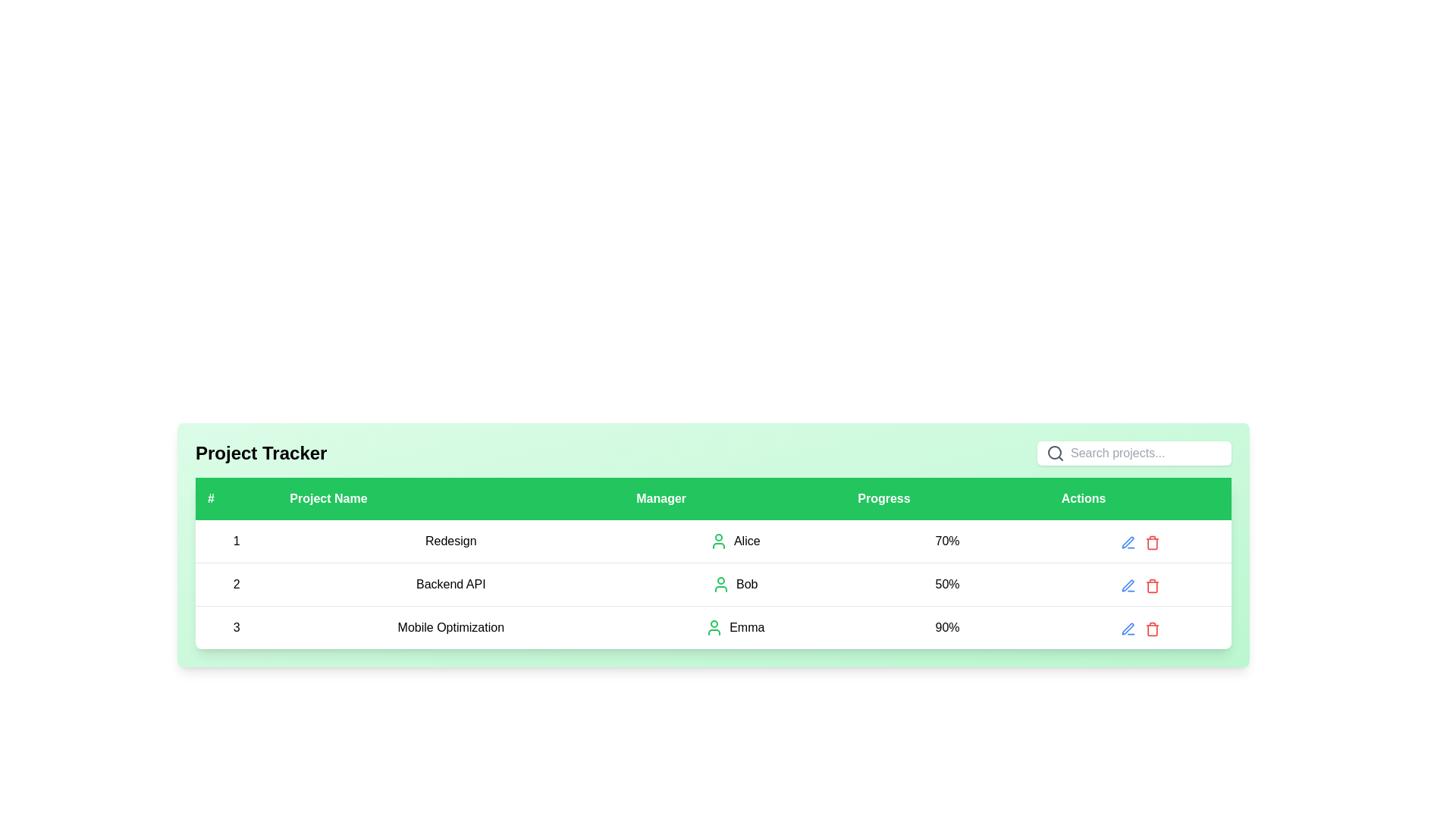  I want to click on the vertical rectangle resembling the trash can's main body within the 'Delete' icon in the 'Actions' column to perform a delete action, so click(1152, 630).